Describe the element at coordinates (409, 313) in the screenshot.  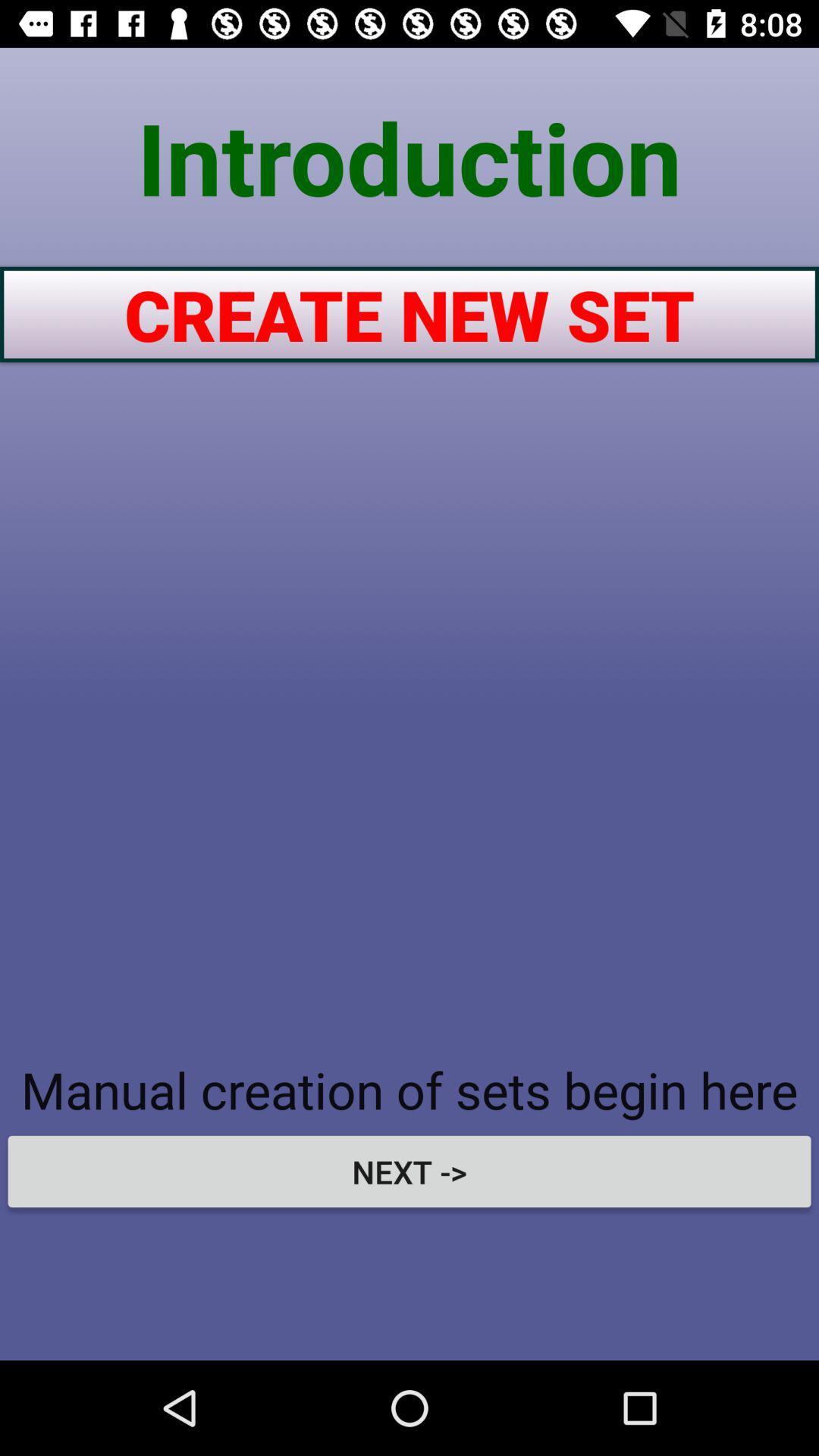
I see `the create new set` at that location.